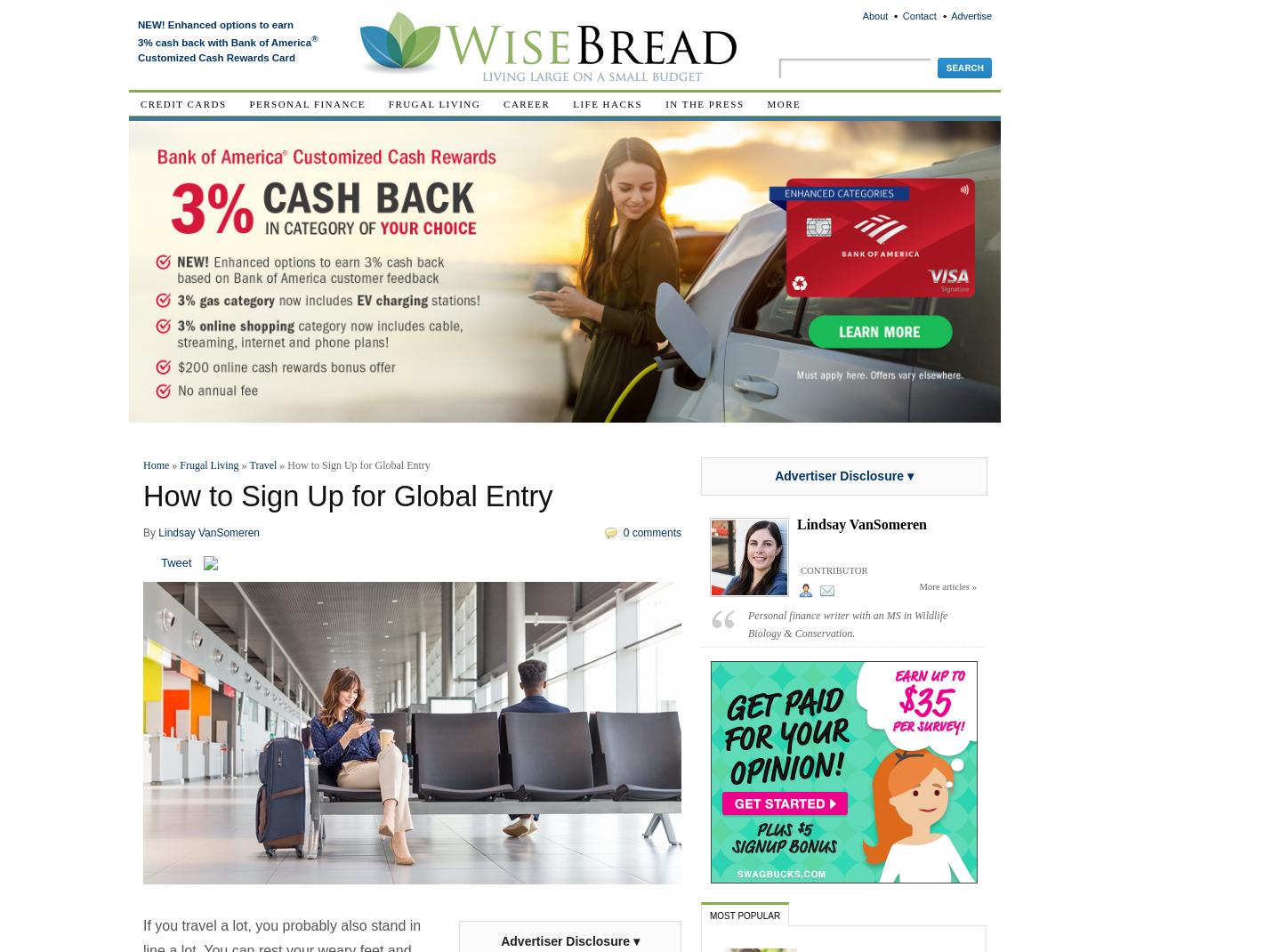 The image size is (1281, 952). I want to click on 'Personal finance writer with an MS in Wildlife Biology & Conservation.', so click(847, 624).